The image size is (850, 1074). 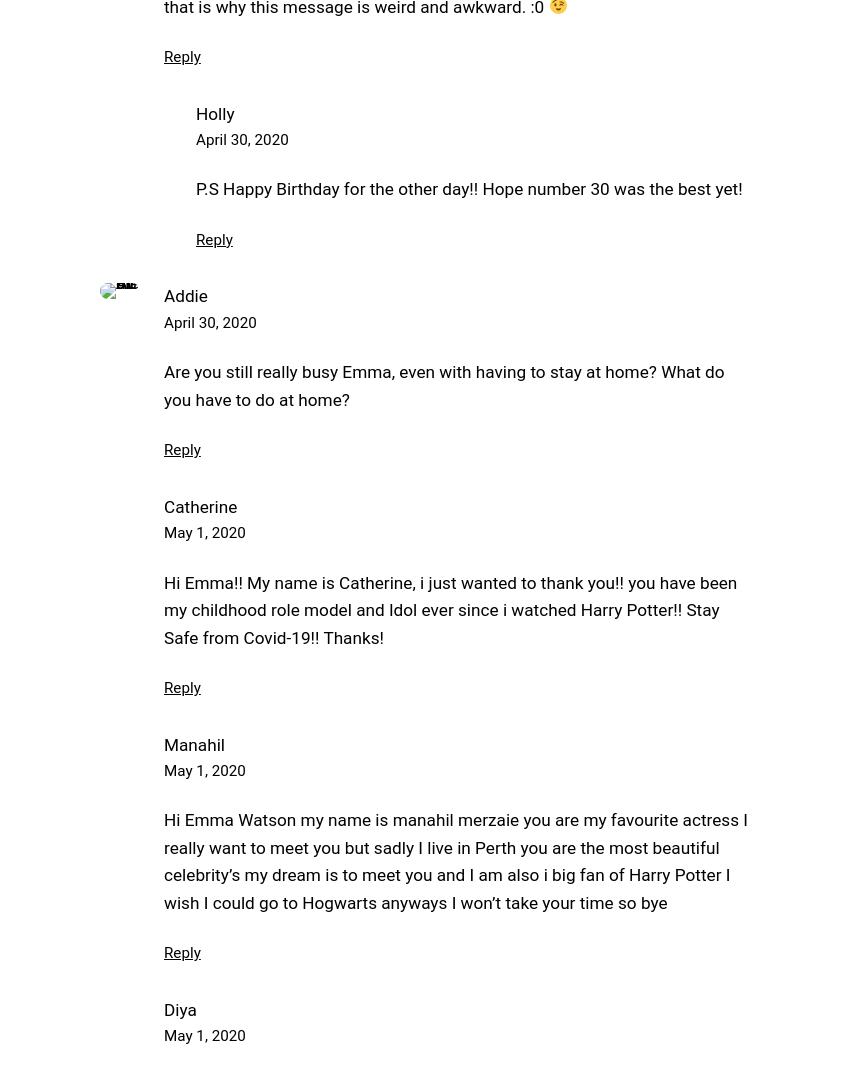 I want to click on 'Catherine', so click(x=199, y=505).